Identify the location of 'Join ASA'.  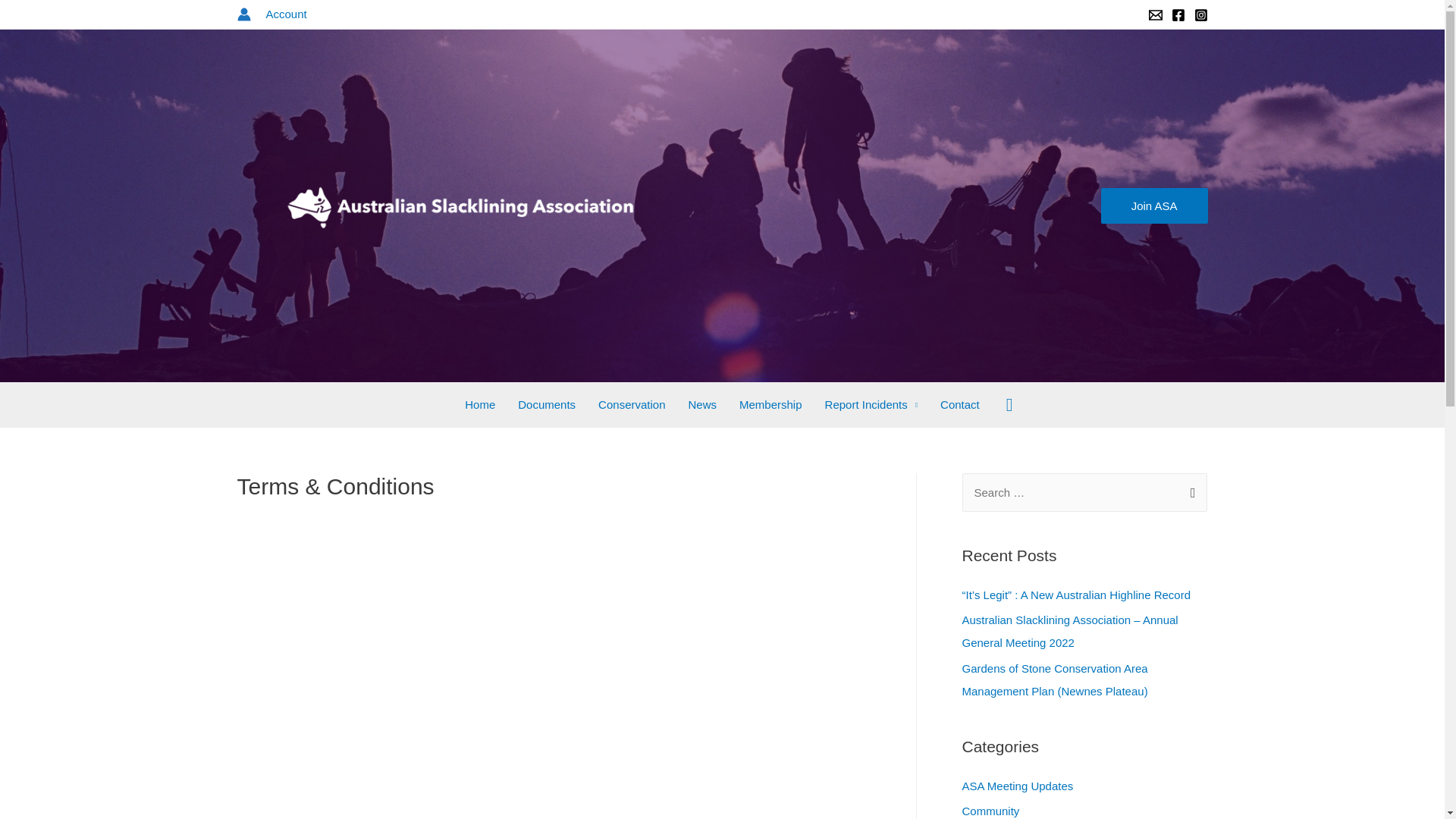
(1153, 206).